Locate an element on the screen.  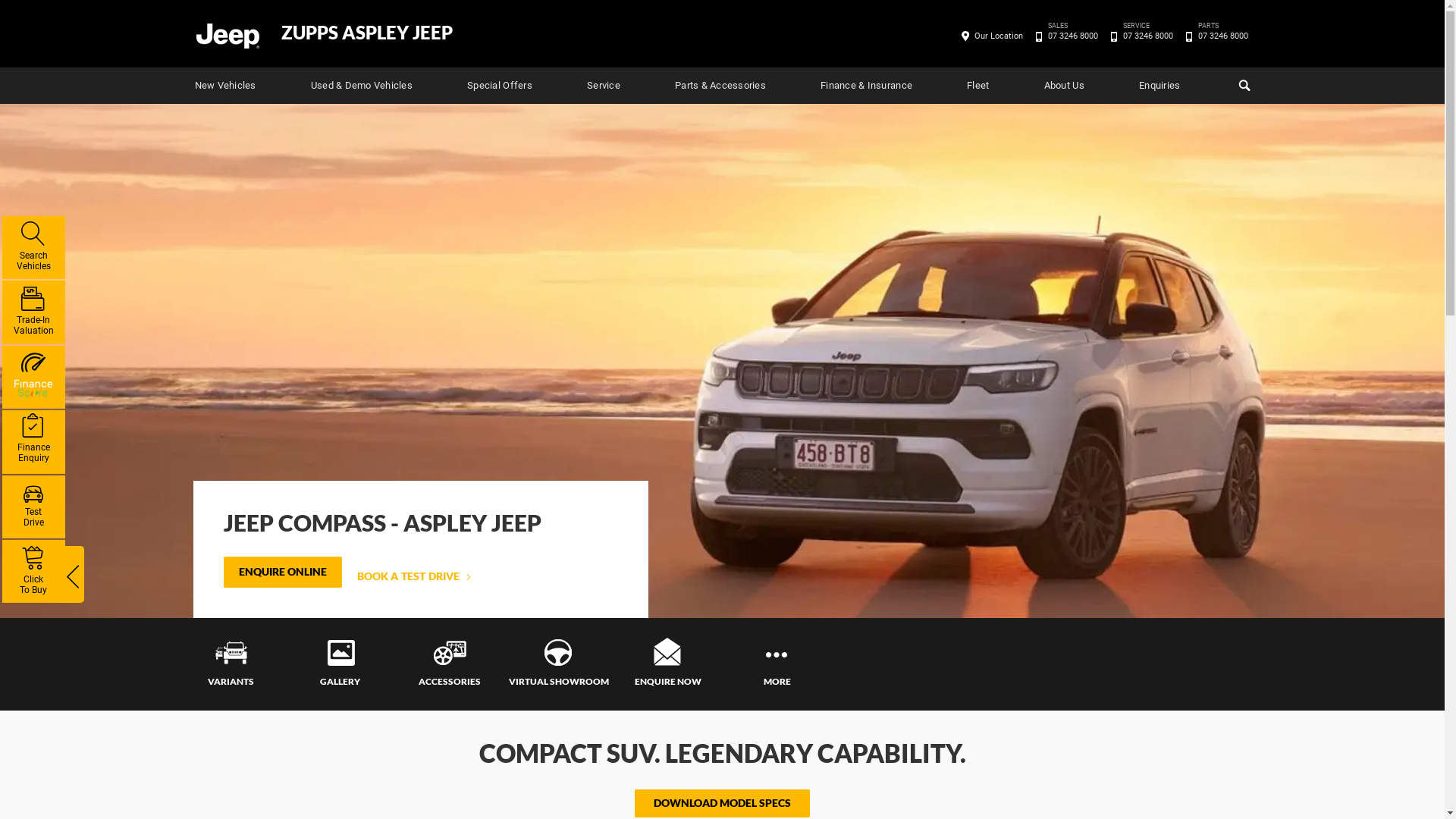
'SERVICE is located at coordinates (1147, 35).